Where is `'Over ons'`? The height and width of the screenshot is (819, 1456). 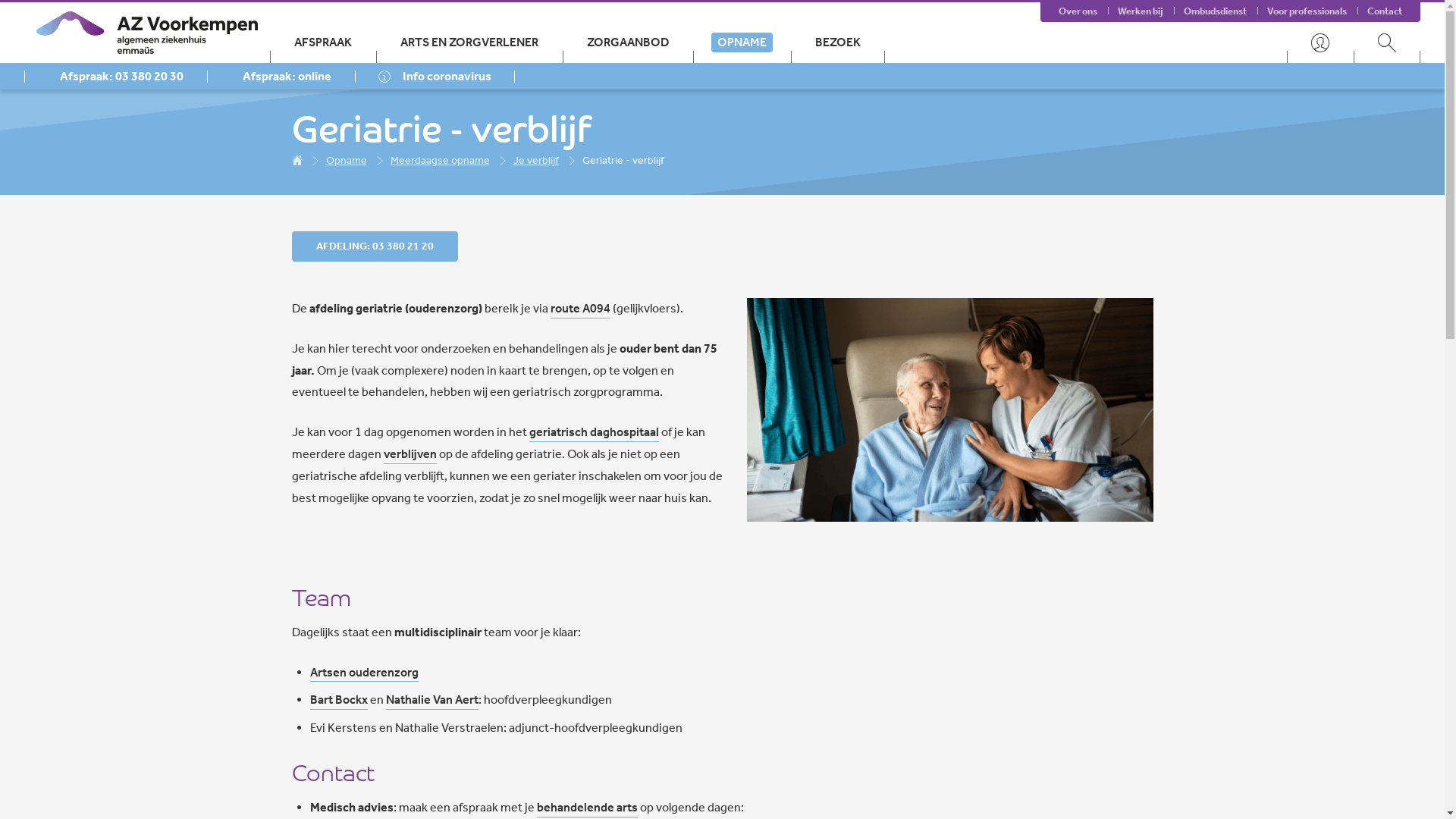
'Over ons' is located at coordinates (1077, 11).